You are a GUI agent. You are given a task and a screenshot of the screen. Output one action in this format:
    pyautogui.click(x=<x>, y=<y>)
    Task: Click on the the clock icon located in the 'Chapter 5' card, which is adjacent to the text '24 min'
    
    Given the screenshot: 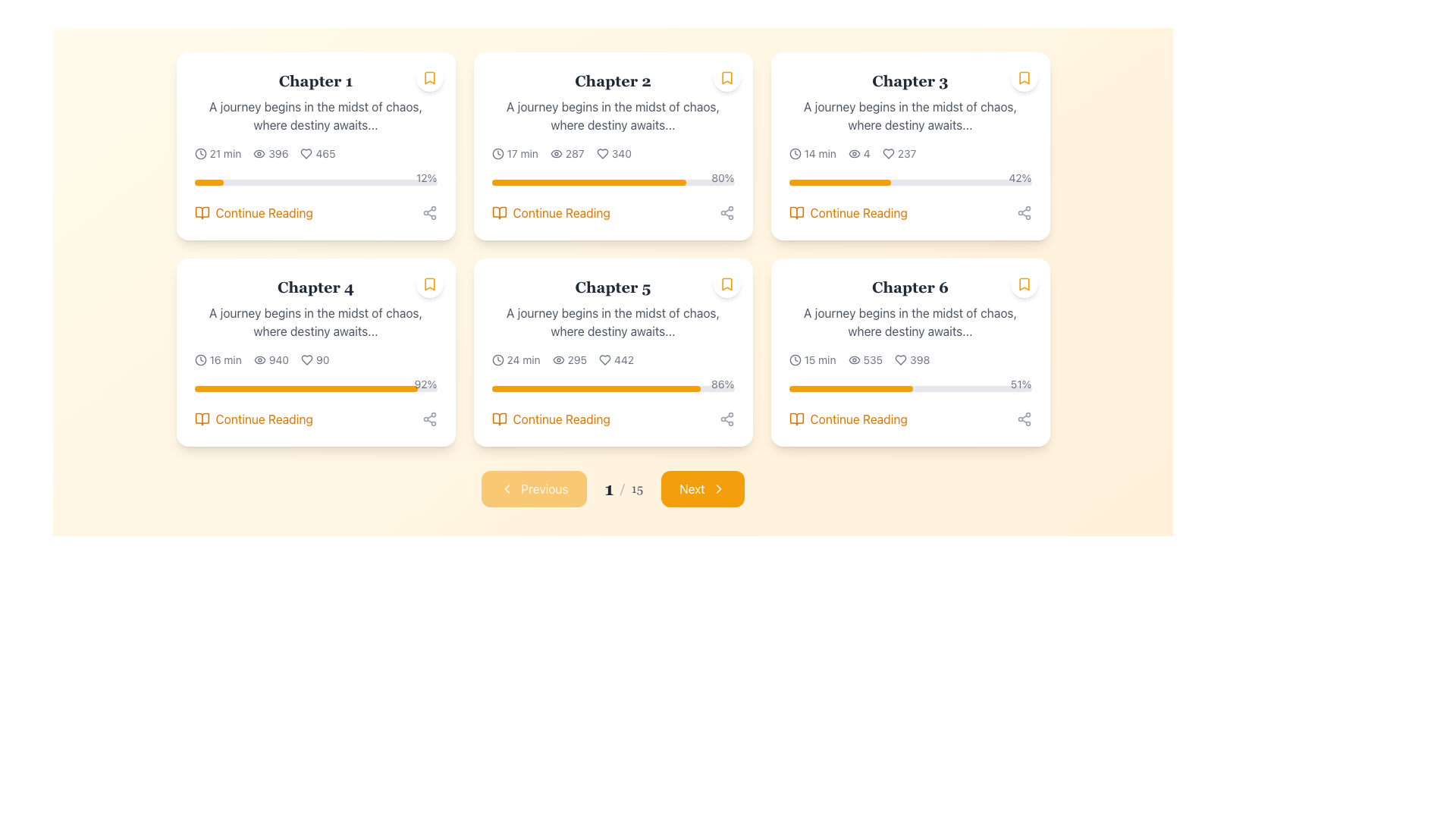 What is the action you would take?
    pyautogui.click(x=497, y=359)
    